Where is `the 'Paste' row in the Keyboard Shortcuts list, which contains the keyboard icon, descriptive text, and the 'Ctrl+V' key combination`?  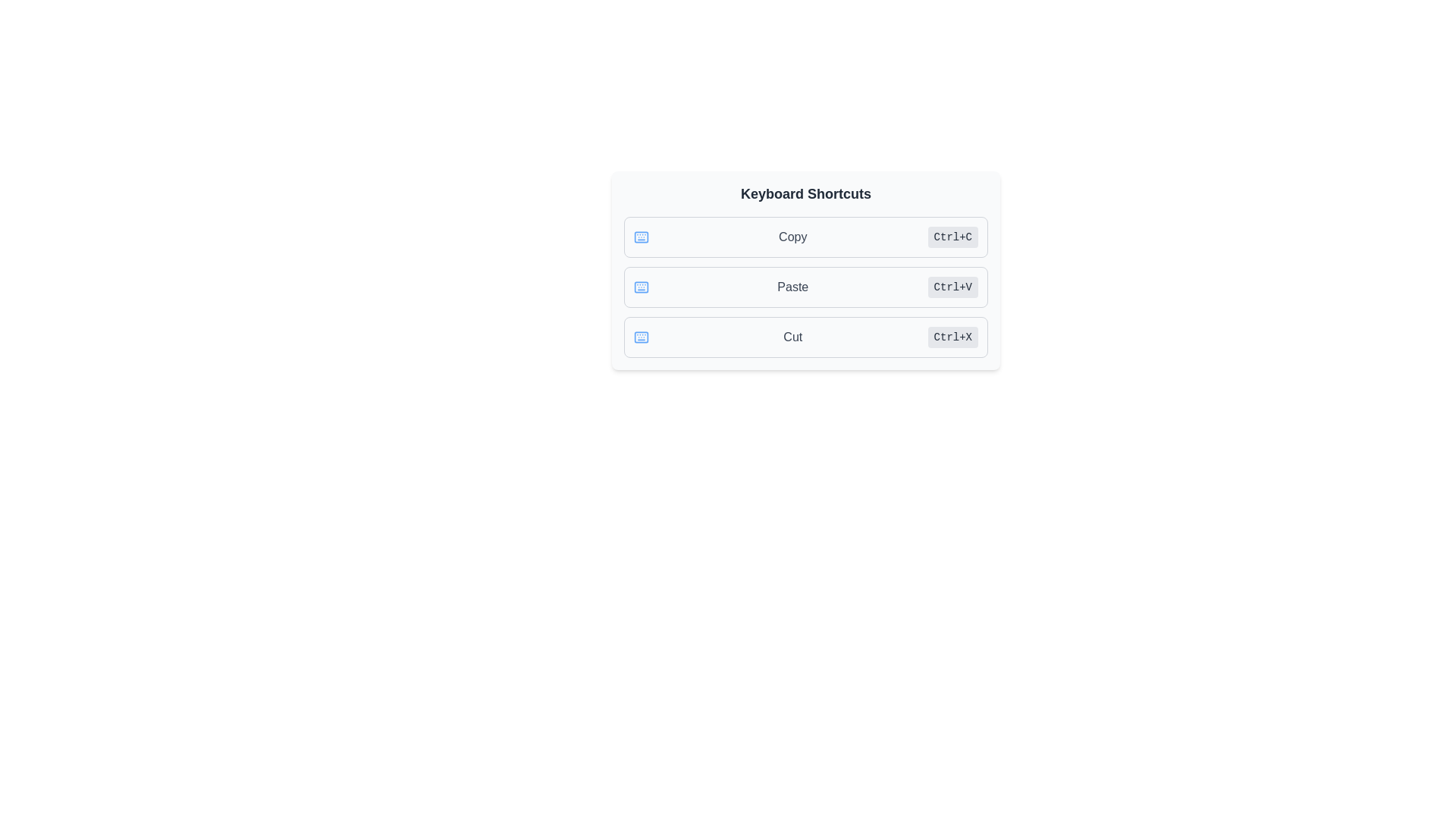
the 'Paste' row in the Keyboard Shortcuts list, which contains the keyboard icon, descriptive text, and the 'Ctrl+V' key combination is located at coordinates (805, 287).